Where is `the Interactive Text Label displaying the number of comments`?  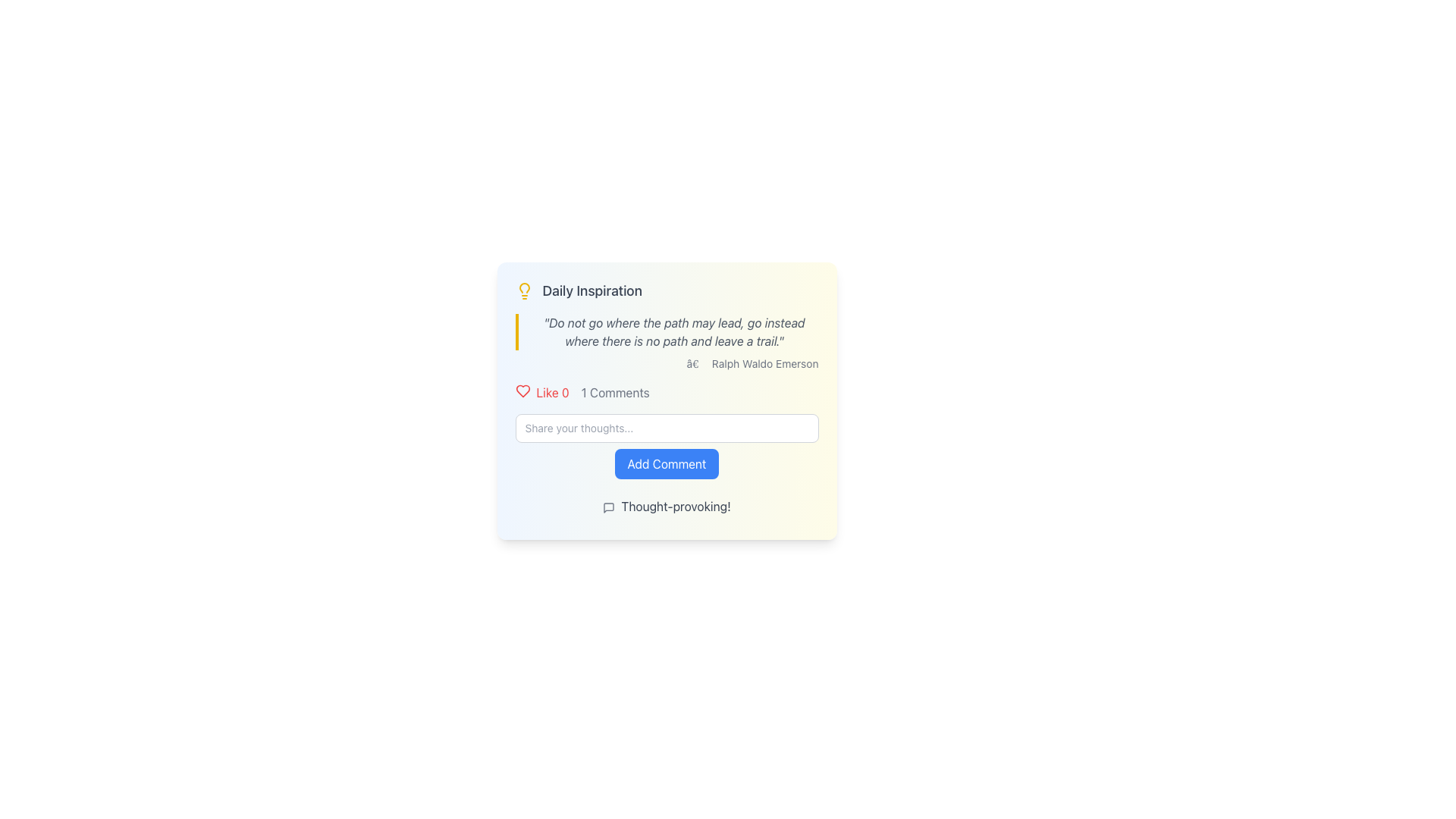
the Interactive Text Label displaying the number of comments is located at coordinates (615, 391).